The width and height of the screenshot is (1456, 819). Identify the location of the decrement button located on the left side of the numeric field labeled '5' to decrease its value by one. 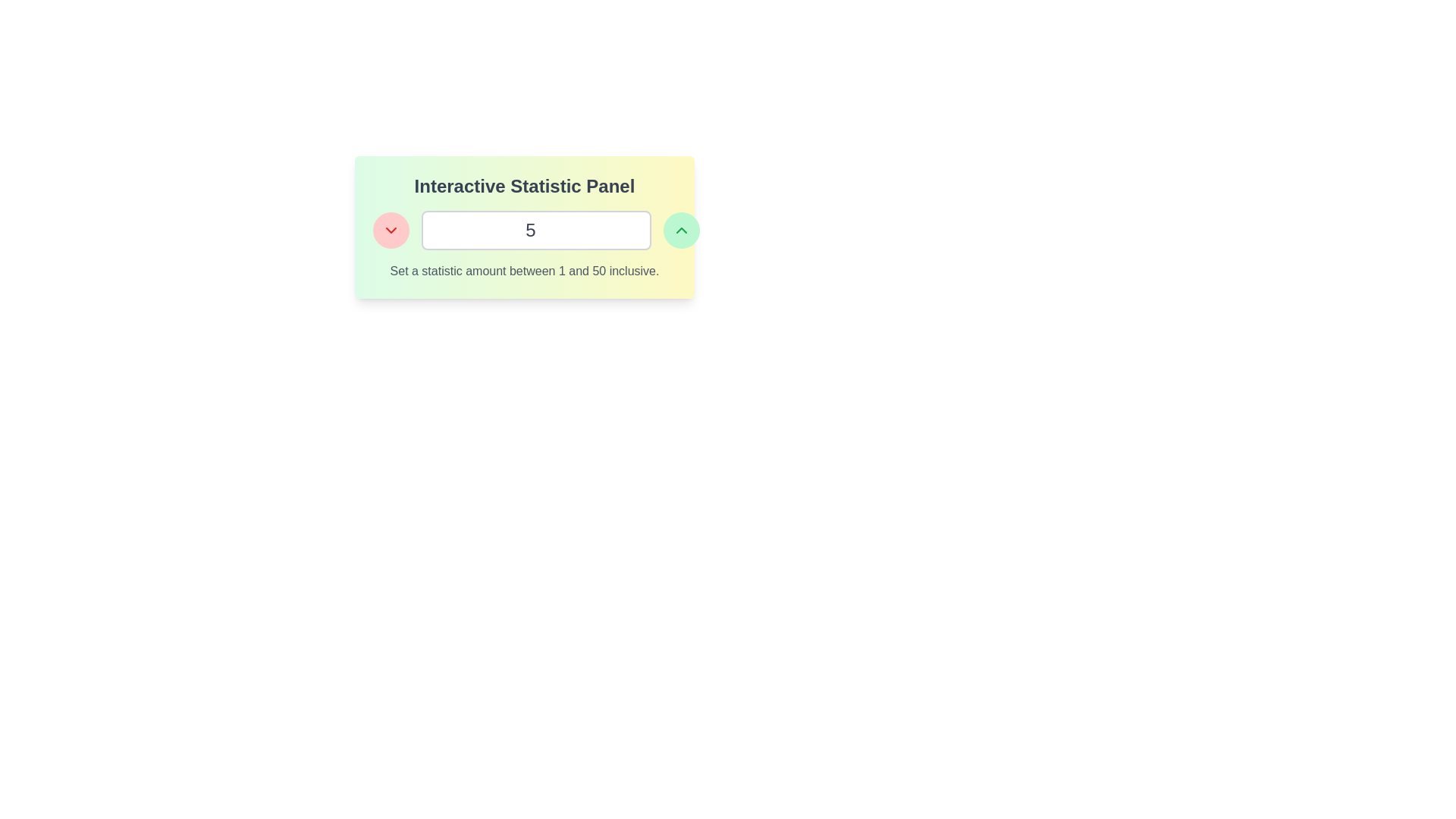
(391, 231).